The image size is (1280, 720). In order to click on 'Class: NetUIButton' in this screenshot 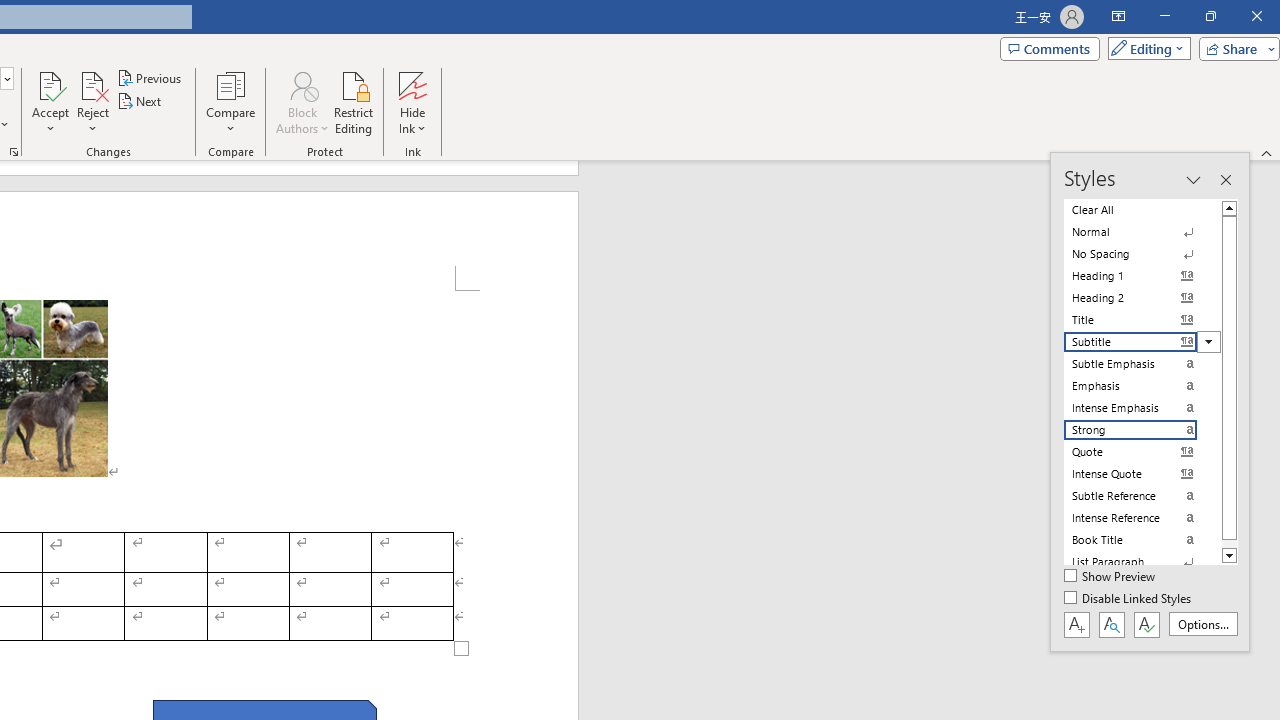, I will do `click(1146, 623)`.